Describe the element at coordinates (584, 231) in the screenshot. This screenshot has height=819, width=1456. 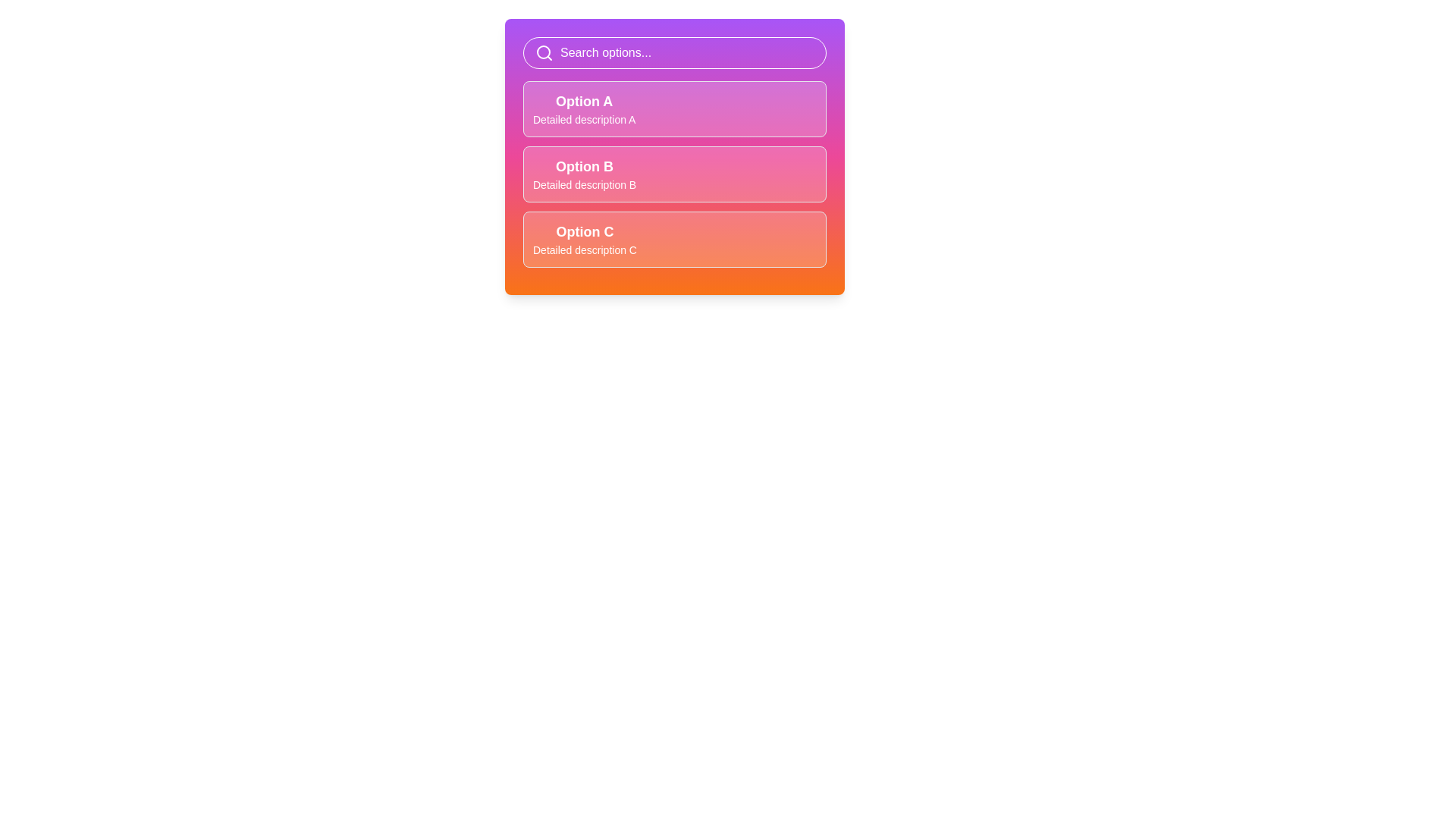
I see `the 'Option C.' text label styled as a header` at that location.